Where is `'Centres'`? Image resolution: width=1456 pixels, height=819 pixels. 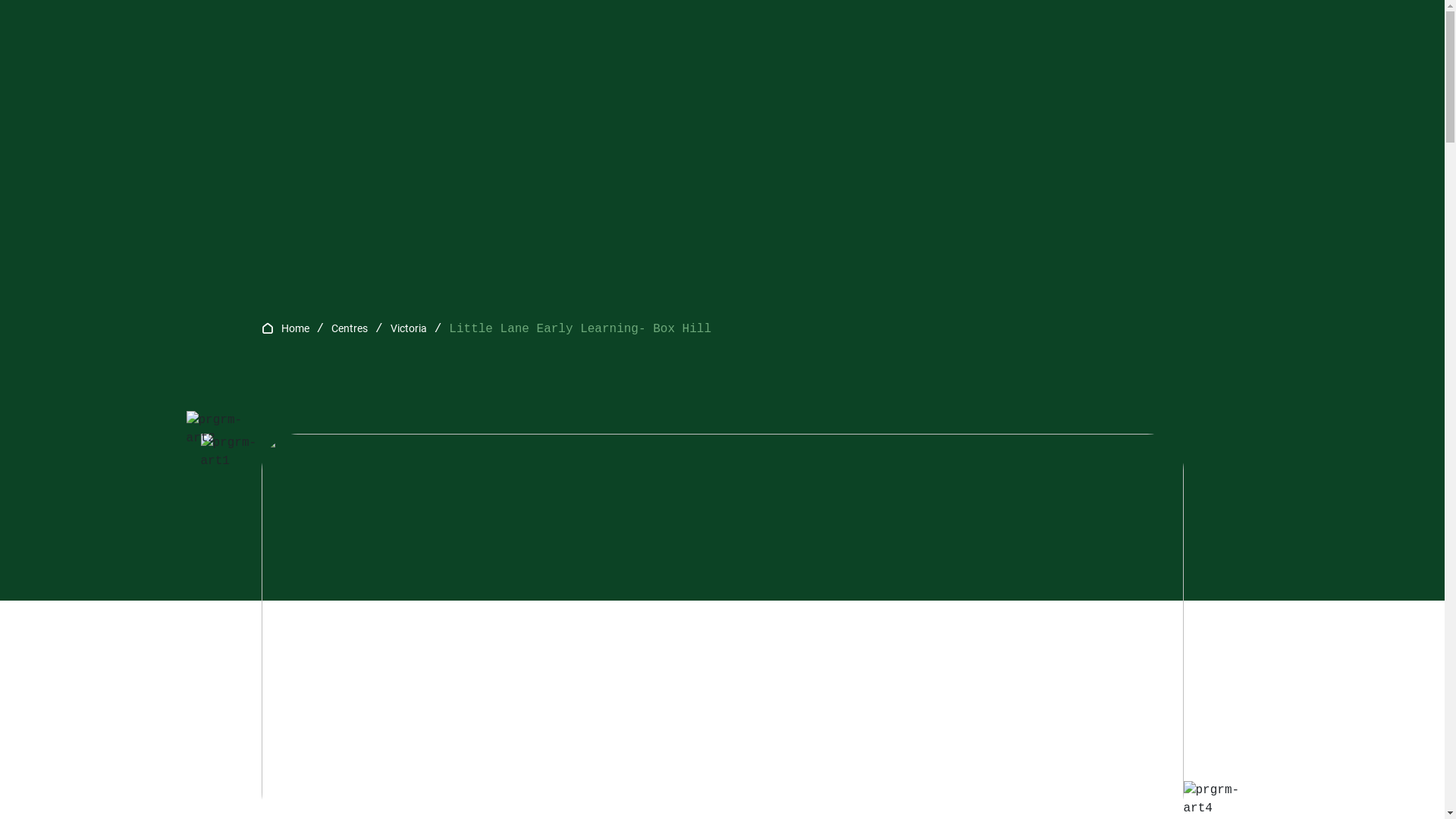 'Centres' is located at coordinates (348, 327).